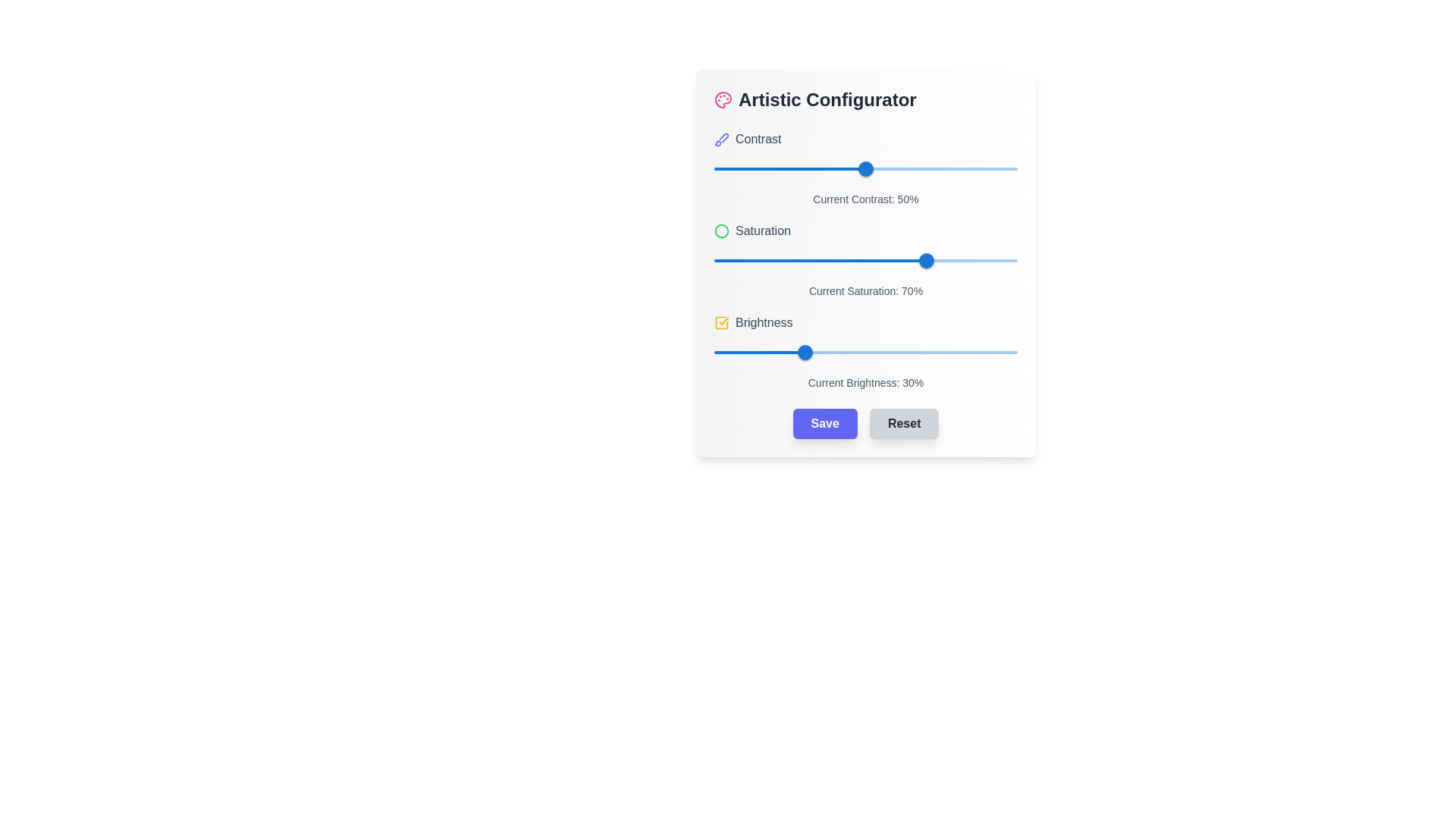  I want to click on saturation, so click(888, 259).